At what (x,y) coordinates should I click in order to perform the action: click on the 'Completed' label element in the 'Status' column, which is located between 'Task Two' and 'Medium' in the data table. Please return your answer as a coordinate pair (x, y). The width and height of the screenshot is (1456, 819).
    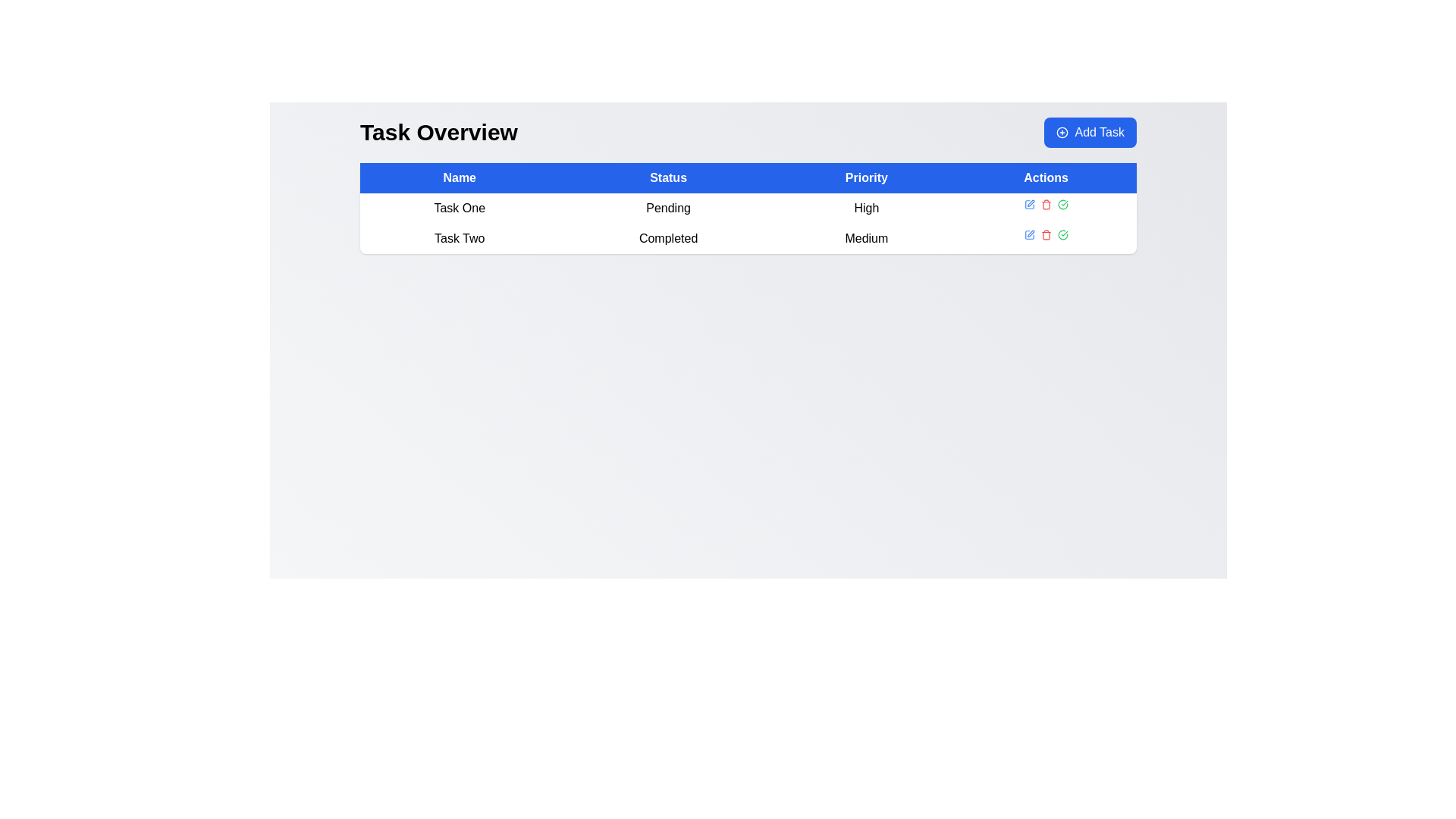
    Looking at the image, I should click on (667, 239).